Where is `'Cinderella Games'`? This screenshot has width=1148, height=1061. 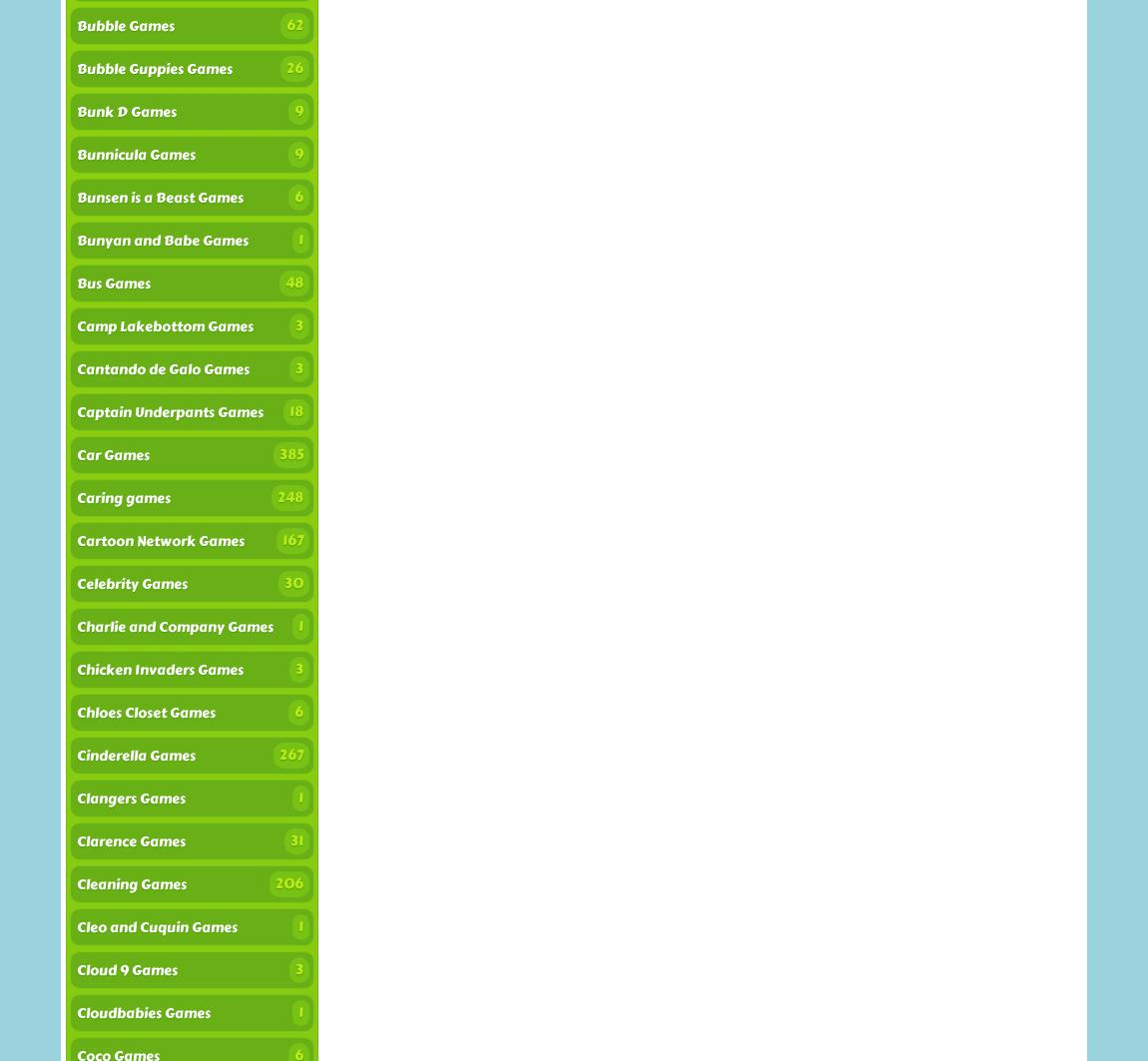
'Cinderella Games' is located at coordinates (135, 755).